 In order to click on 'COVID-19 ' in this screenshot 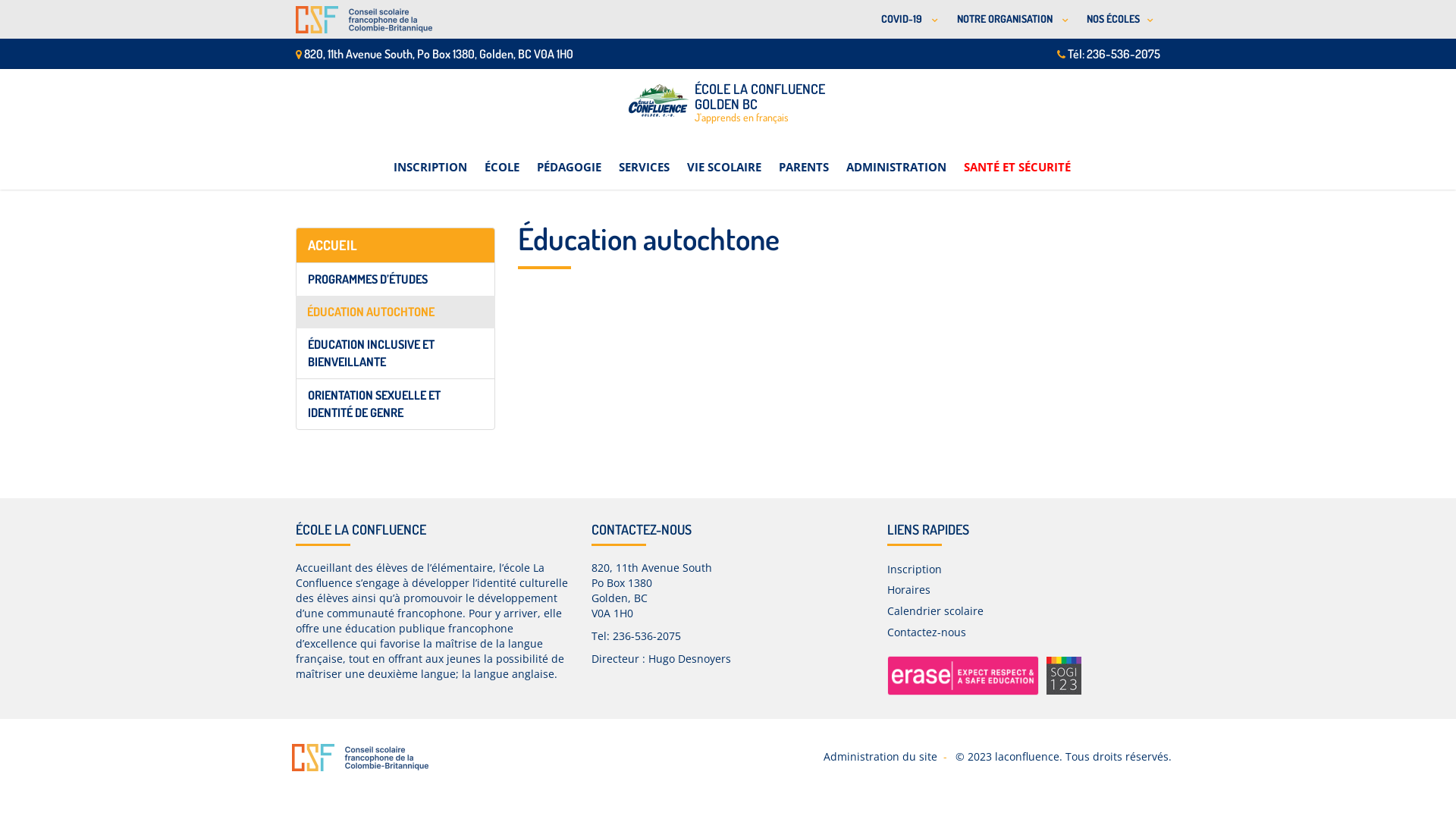, I will do `click(907, 19)`.